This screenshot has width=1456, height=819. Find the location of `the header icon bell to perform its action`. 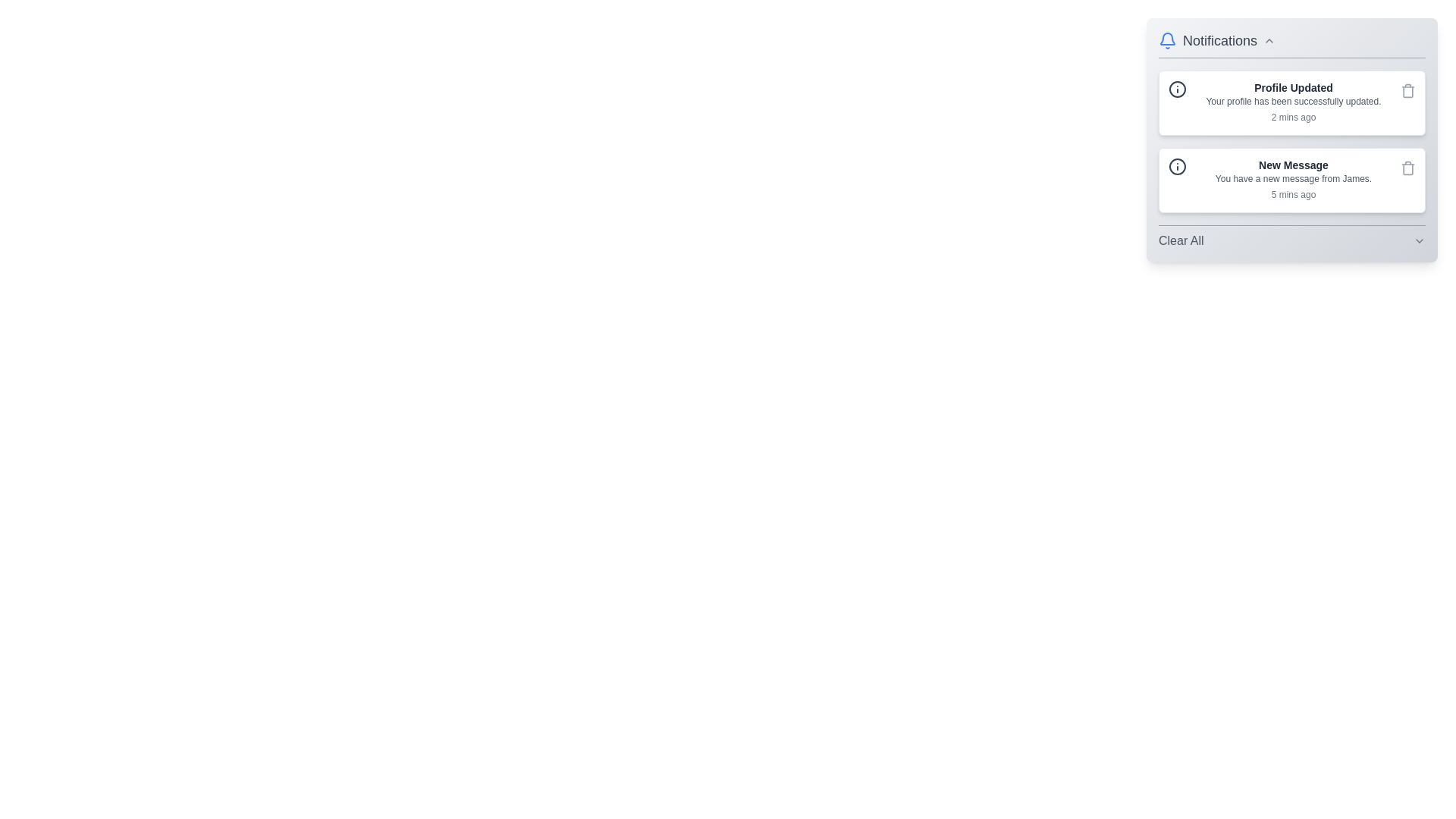

the header icon bell to perform its action is located at coordinates (1167, 40).